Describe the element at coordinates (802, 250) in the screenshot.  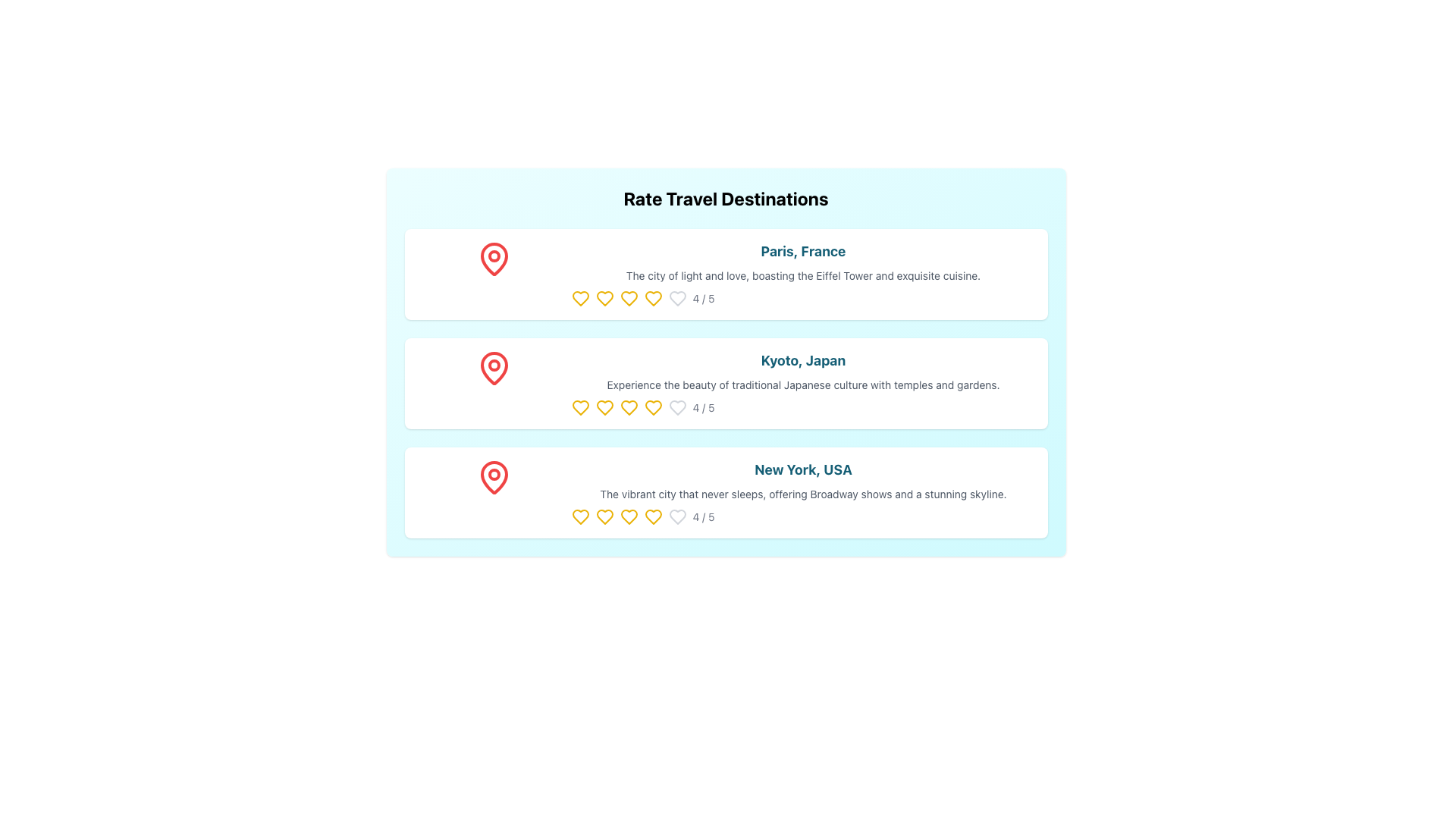
I see `text content of the bold, large-sized cyan header displaying 'Paris, France', located at the top of the first travel destination card` at that location.